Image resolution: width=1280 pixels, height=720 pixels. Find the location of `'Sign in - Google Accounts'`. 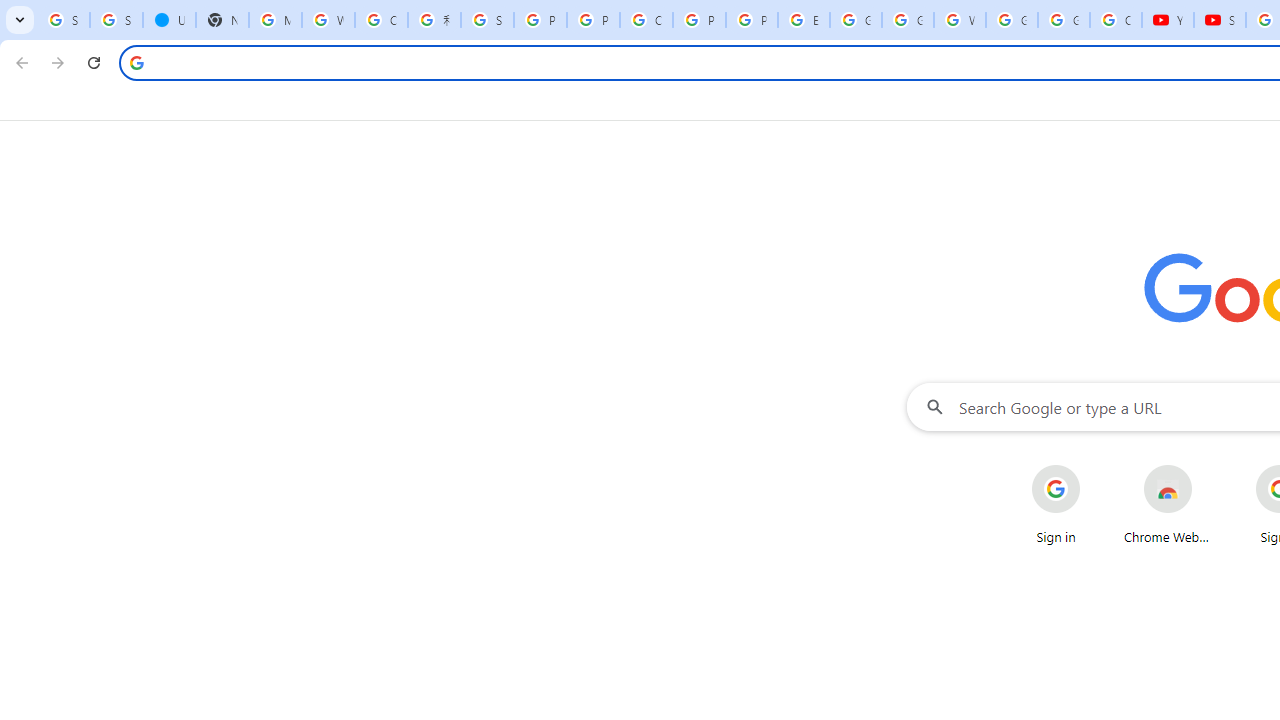

'Sign in - Google Accounts' is located at coordinates (115, 20).